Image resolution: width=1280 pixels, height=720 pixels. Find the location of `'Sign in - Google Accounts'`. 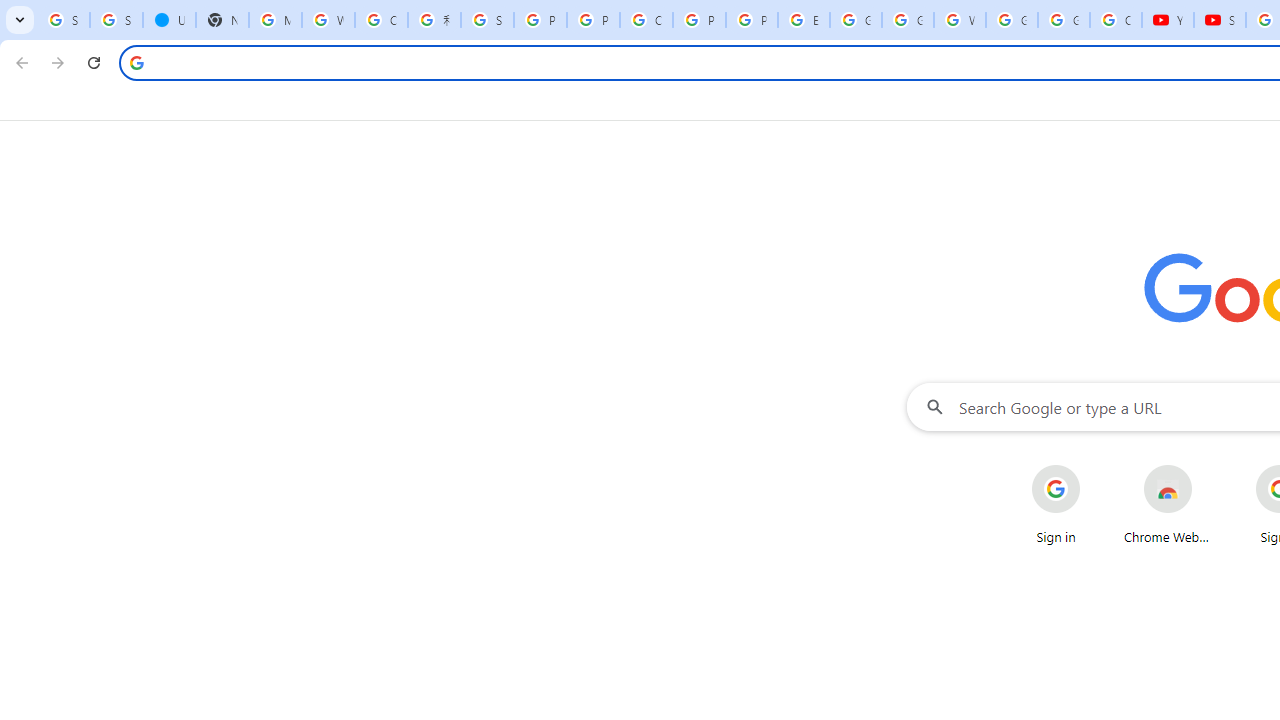

'Sign in - Google Accounts' is located at coordinates (115, 20).